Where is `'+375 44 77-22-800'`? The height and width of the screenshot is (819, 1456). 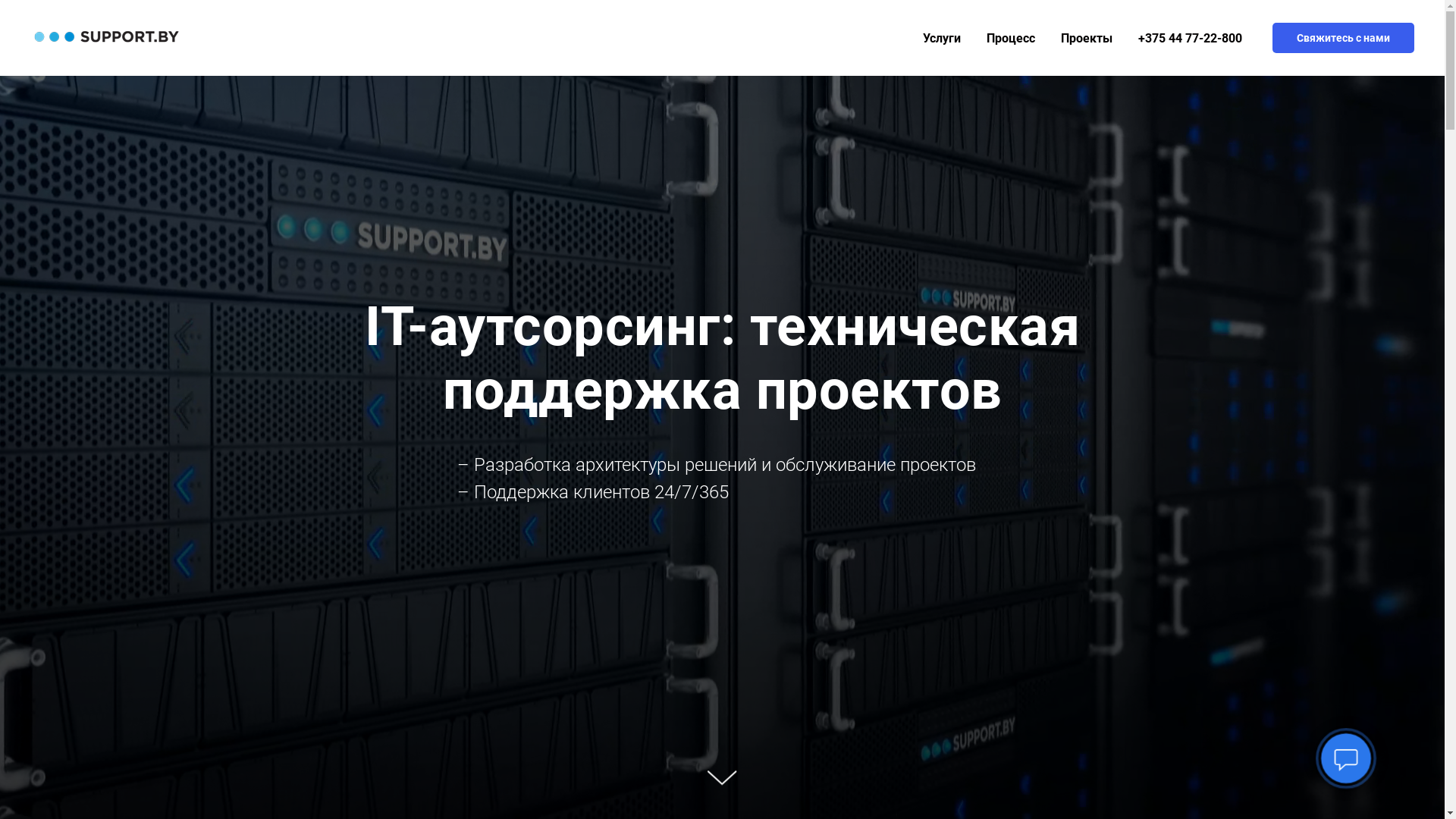
'+375 44 77-22-800' is located at coordinates (1138, 36).